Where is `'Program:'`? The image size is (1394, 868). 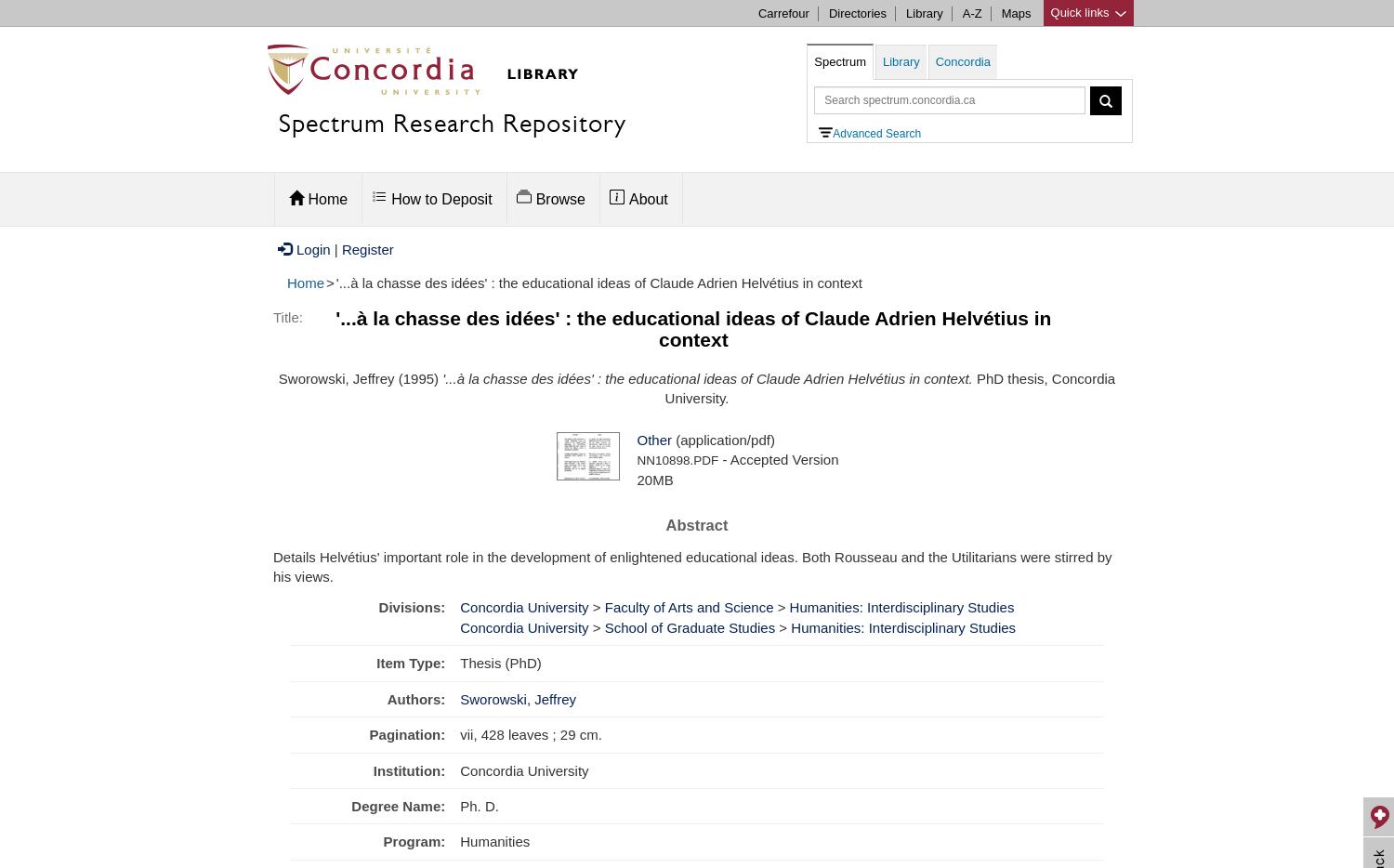
'Program:' is located at coordinates (413, 841).